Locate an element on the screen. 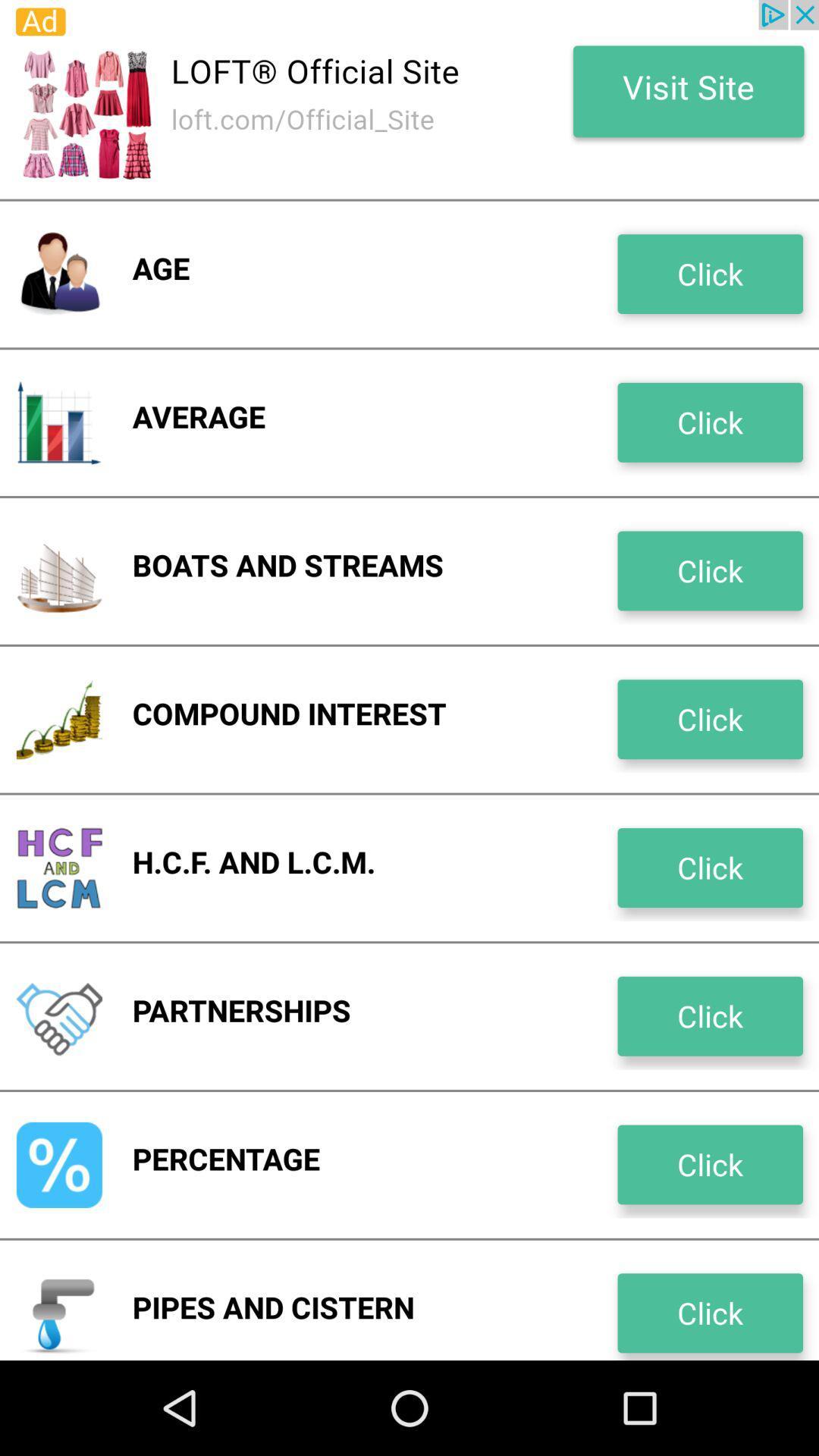  advertisement is located at coordinates (409, 99).